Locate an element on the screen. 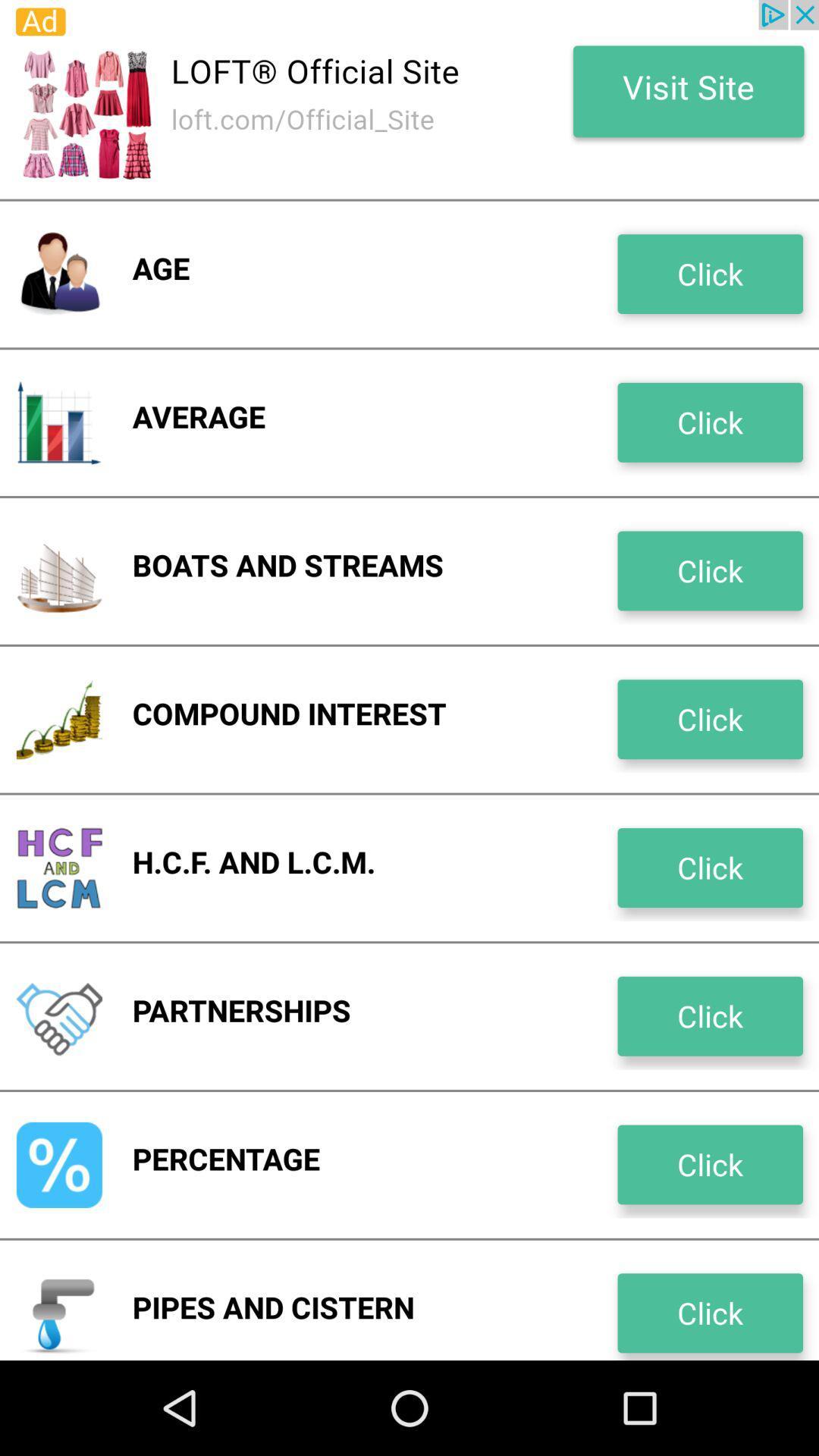  advertisement is located at coordinates (409, 99).